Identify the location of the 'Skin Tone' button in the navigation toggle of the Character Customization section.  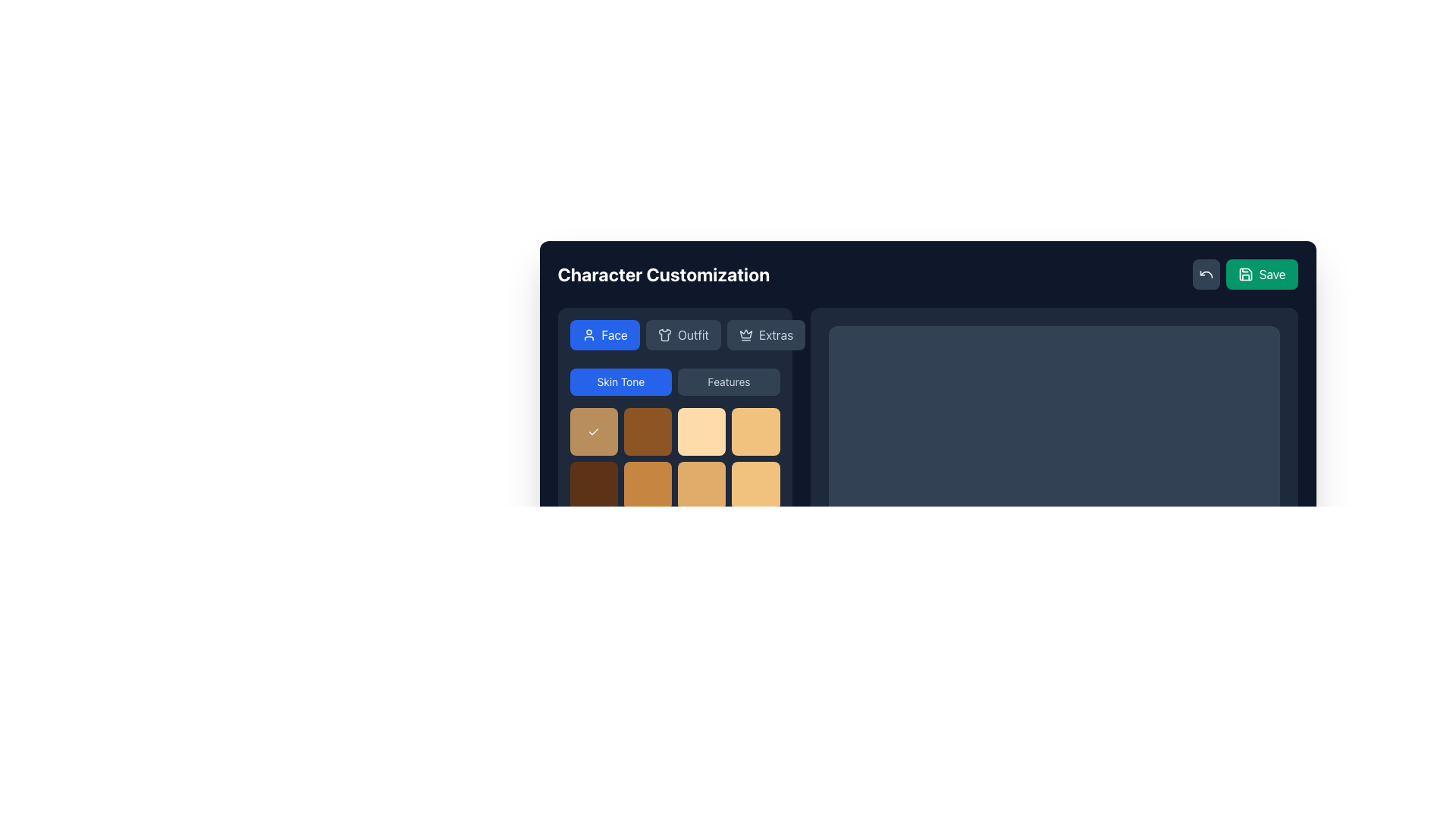
(674, 381).